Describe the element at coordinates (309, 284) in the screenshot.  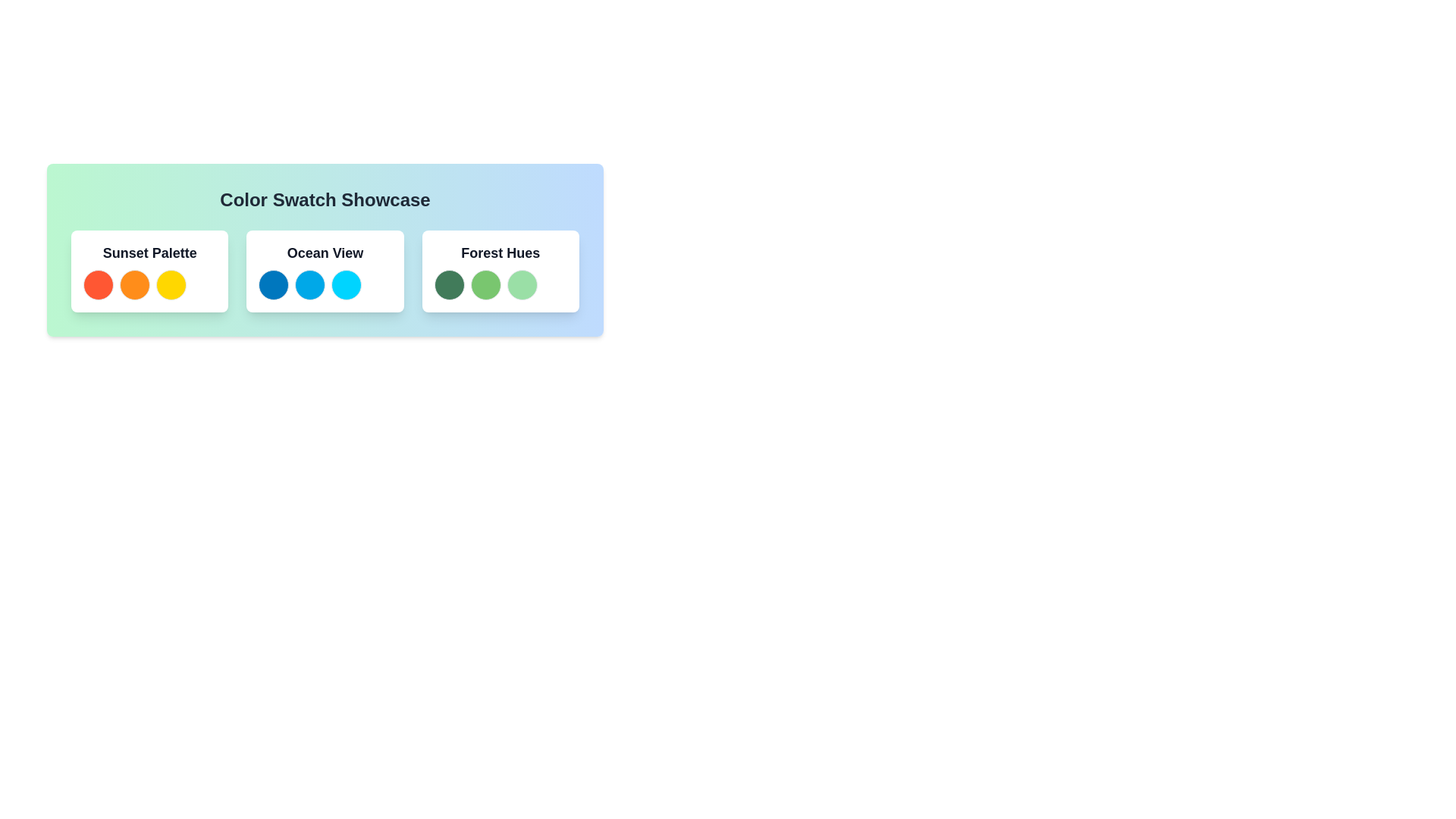
I see `the vibrant blue circular color swatch located in the 'Ocean View' section` at that location.